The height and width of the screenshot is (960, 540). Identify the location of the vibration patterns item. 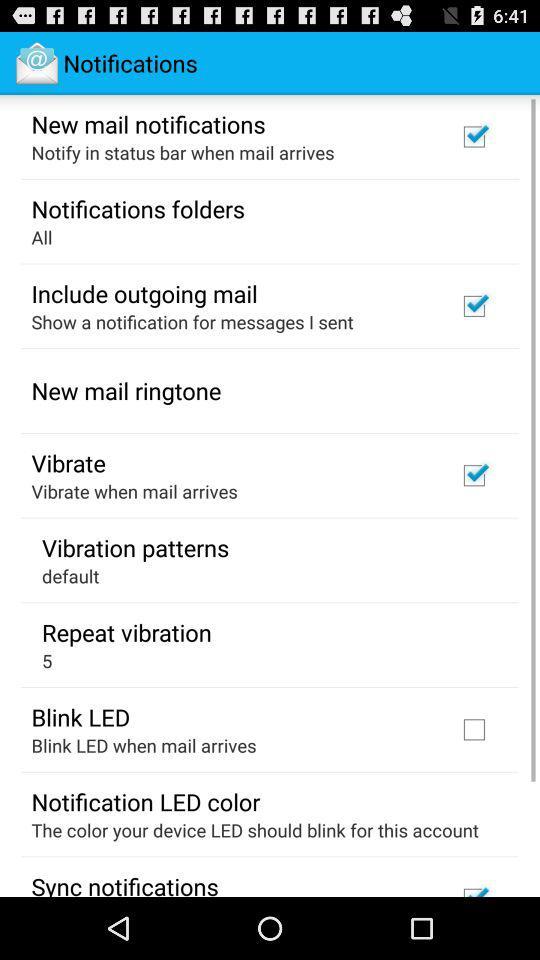
(135, 547).